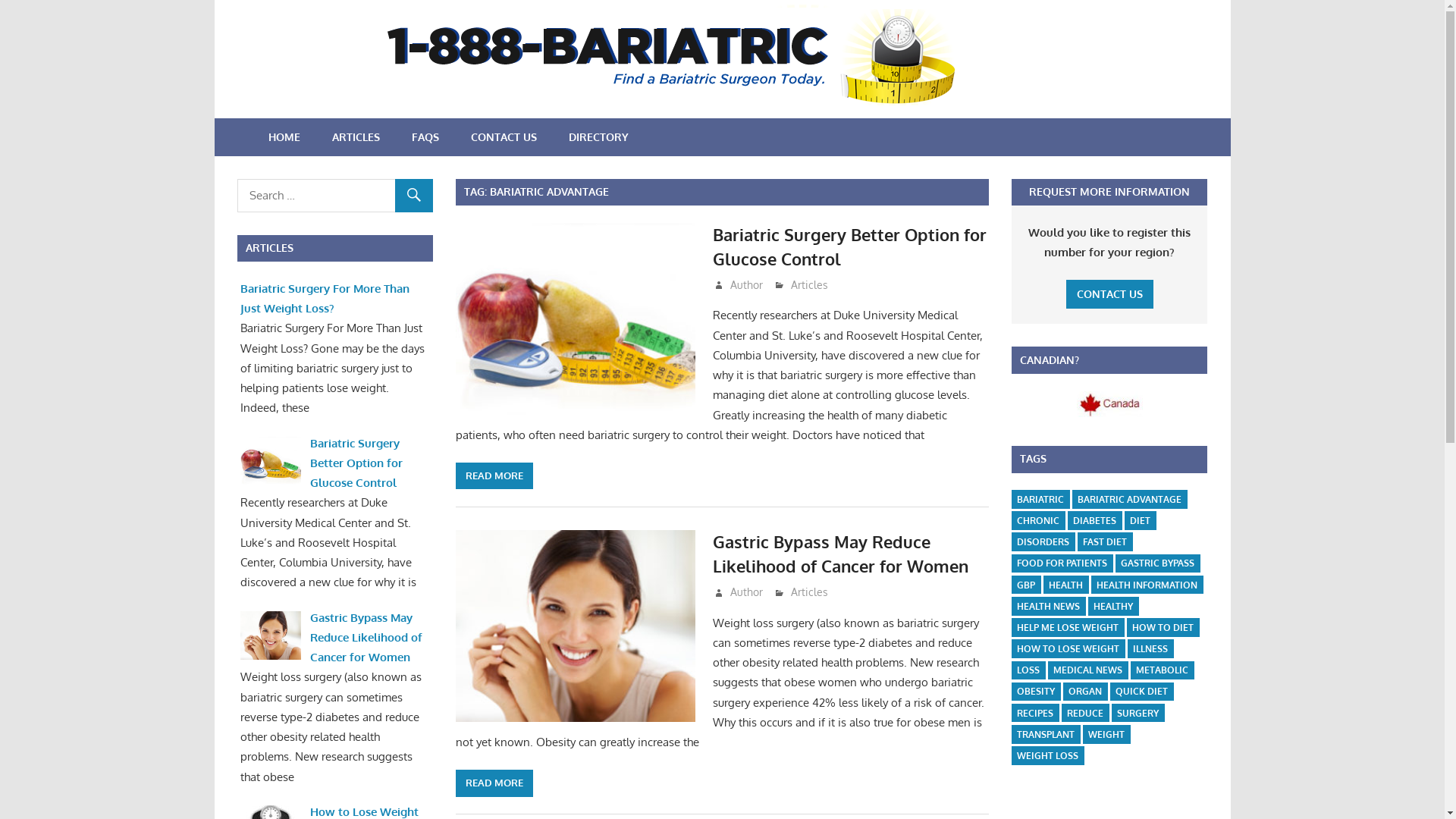 Image resolution: width=1456 pixels, height=819 pixels. What do you see at coordinates (504, 137) in the screenshot?
I see `'CONTACT US'` at bounding box center [504, 137].